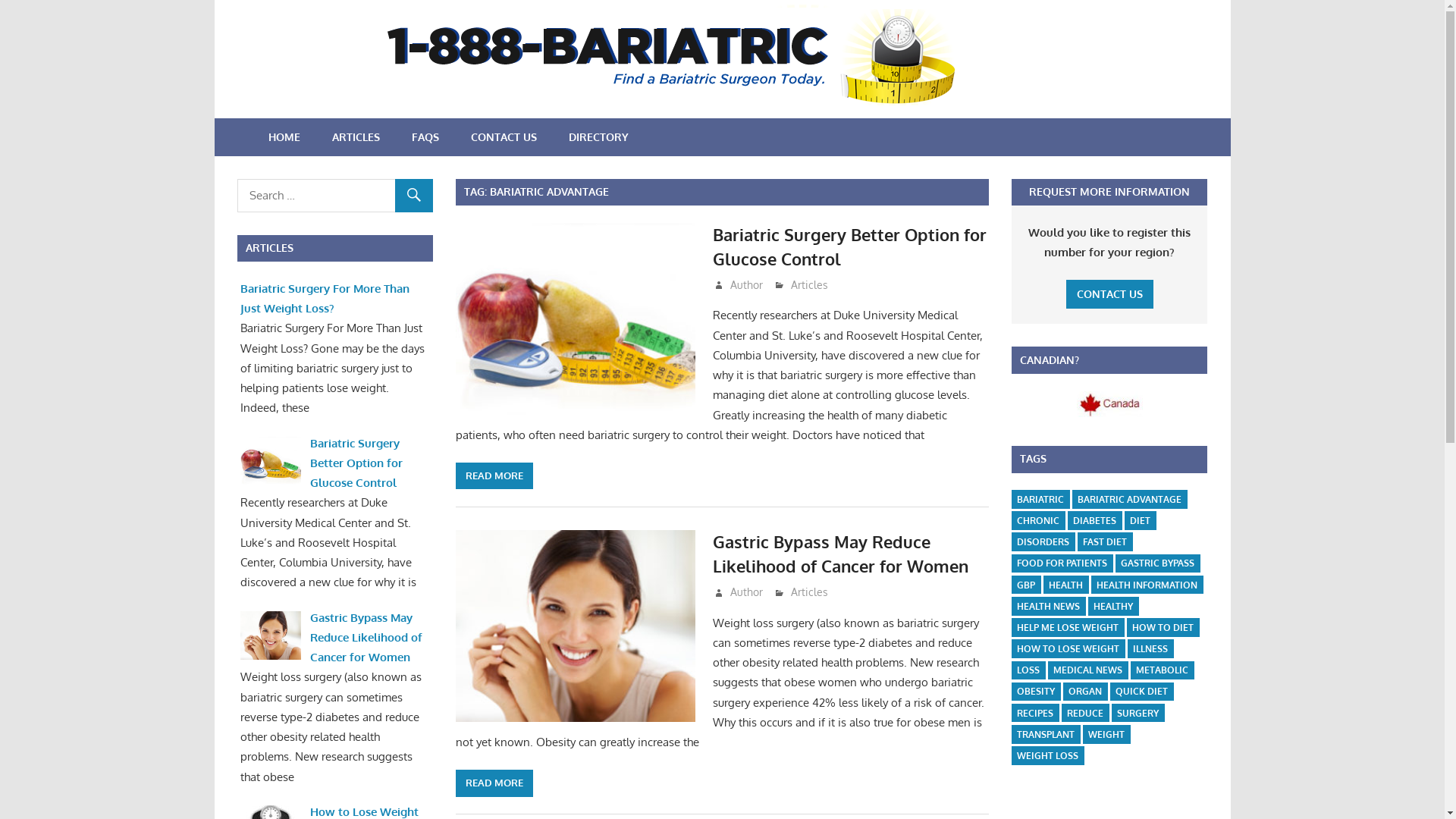 Image resolution: width=1456 pixels, height=819 pixels. What do you see at coordinates (504, 137) in the screenshot?
I see `'CONTACT US'` at bounding box center [504, 137].